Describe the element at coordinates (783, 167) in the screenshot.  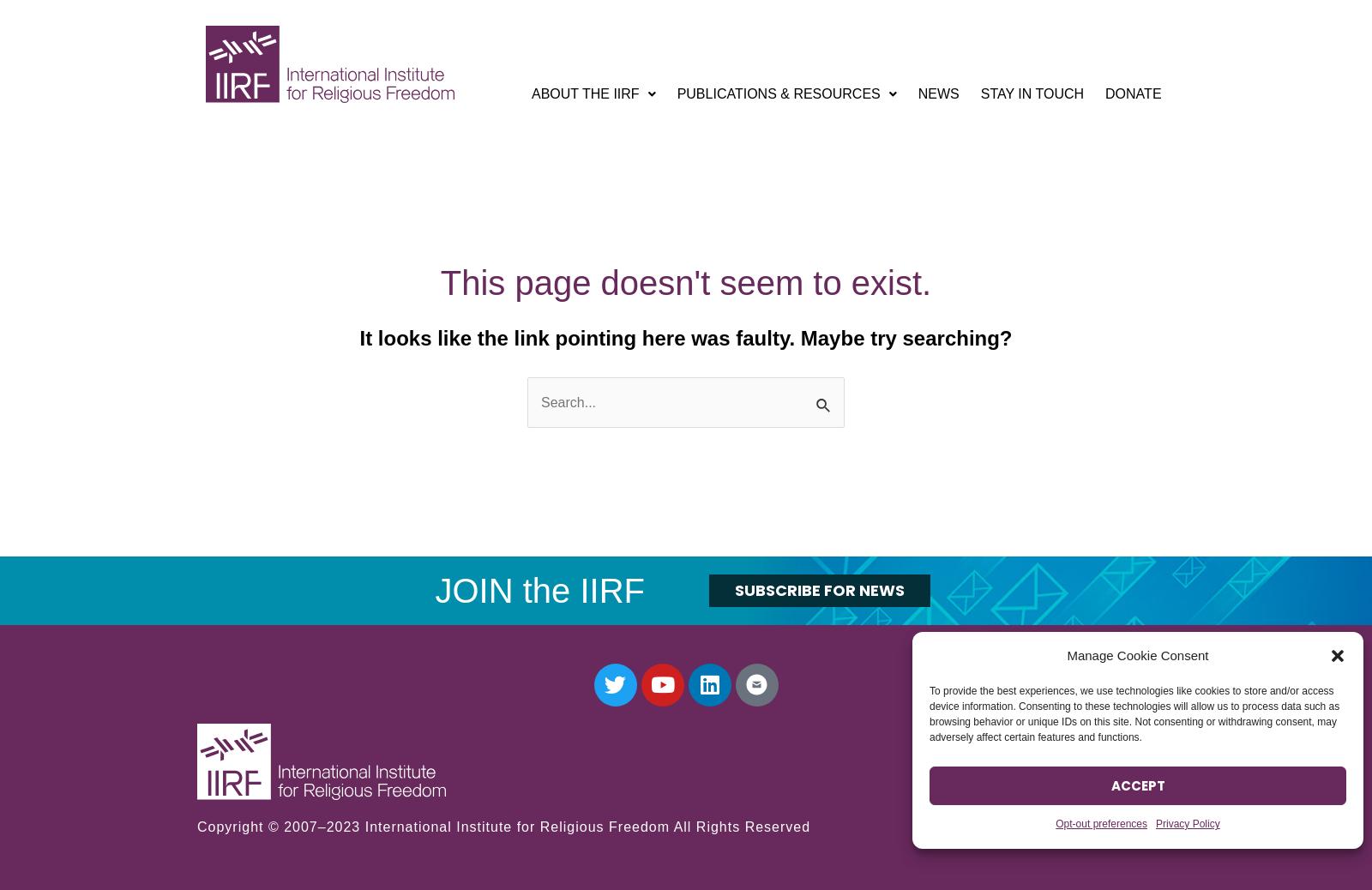
I see `'International Journal for Religious Freedom (IJRF)'` at that location.